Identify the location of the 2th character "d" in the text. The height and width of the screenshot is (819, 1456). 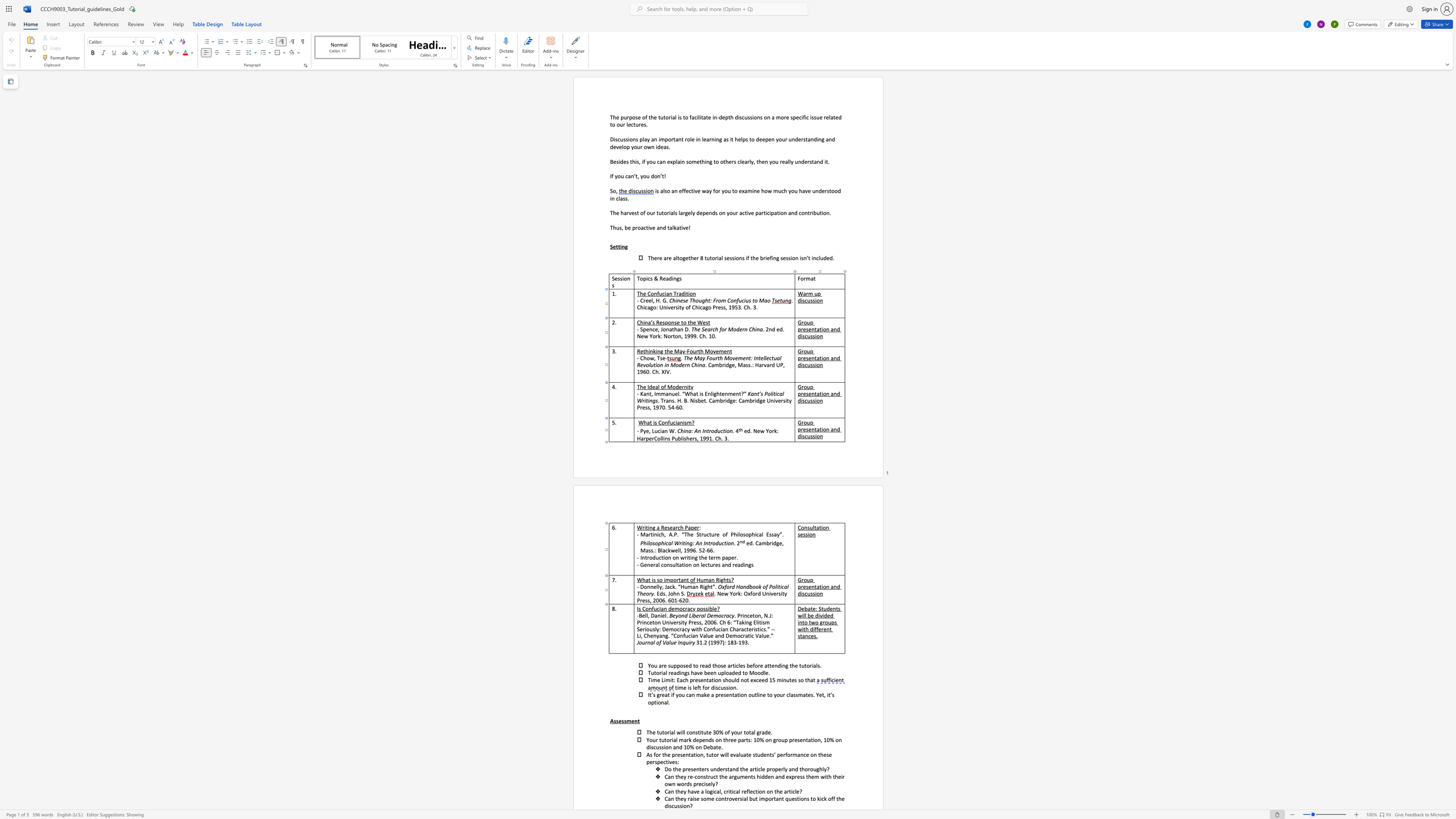
(799, 593).